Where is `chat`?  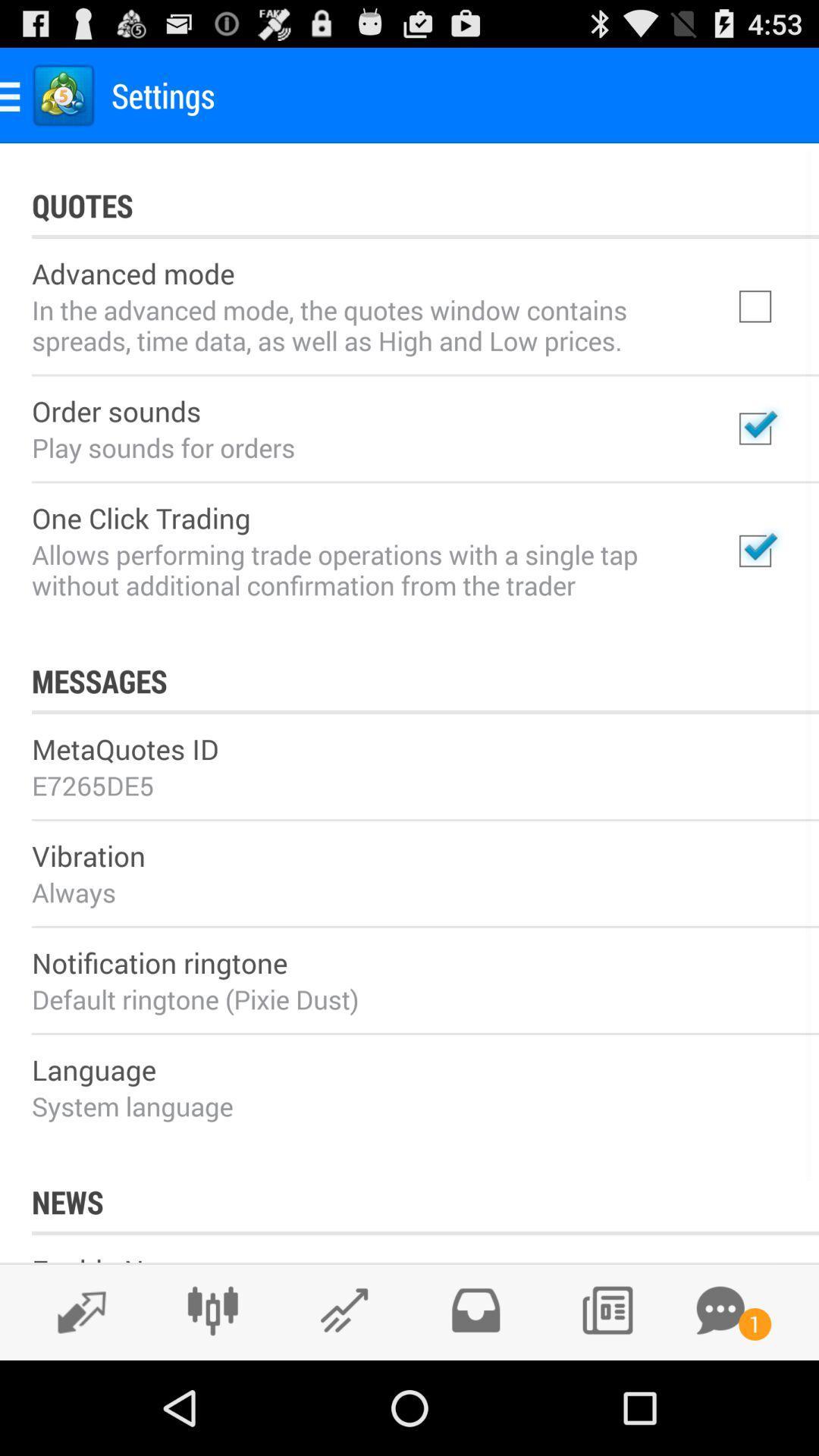
chat is located at coordinates (720, 1310).